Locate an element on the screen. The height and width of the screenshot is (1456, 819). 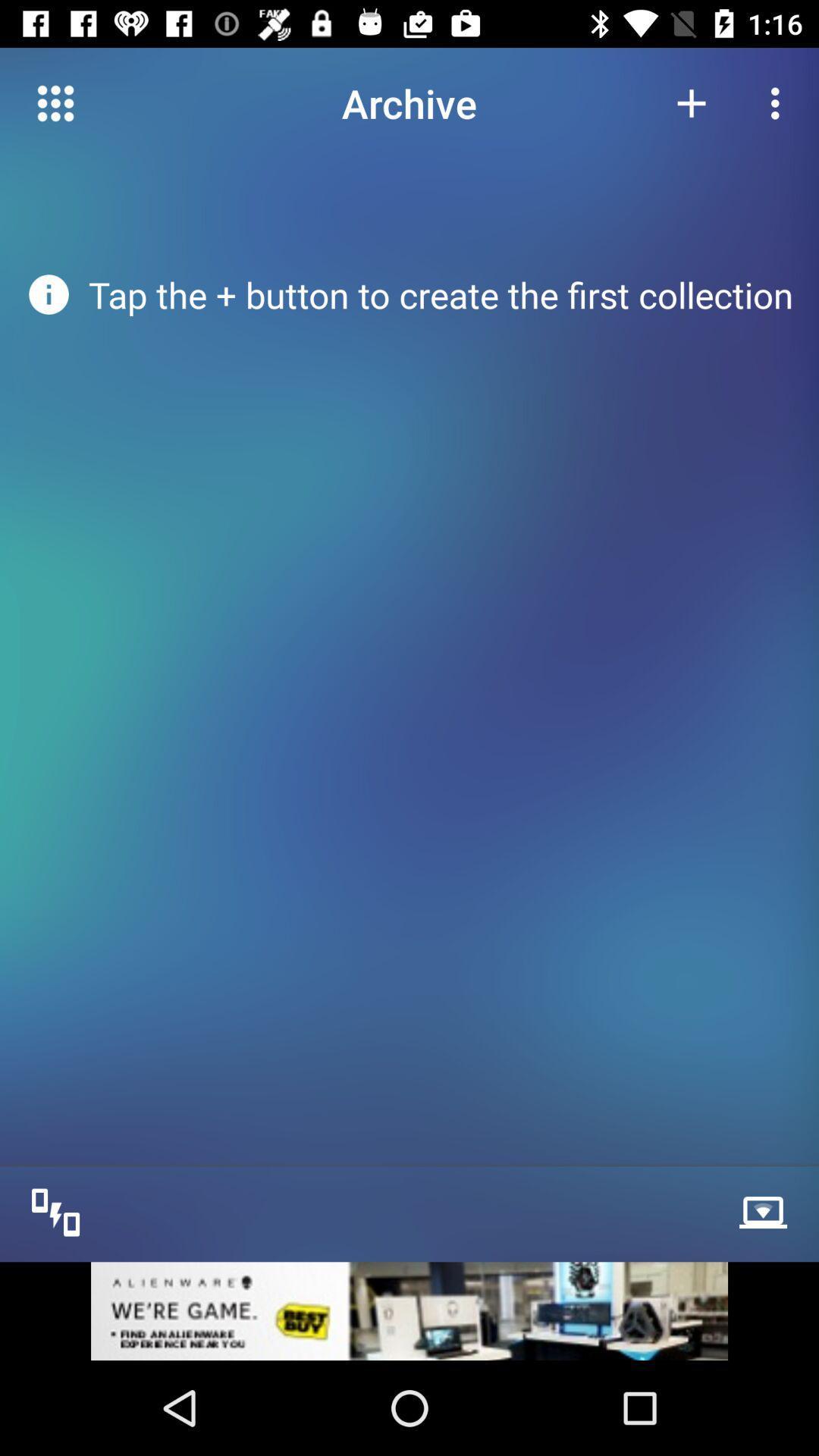
home icon is located at coordinates (55, 102).